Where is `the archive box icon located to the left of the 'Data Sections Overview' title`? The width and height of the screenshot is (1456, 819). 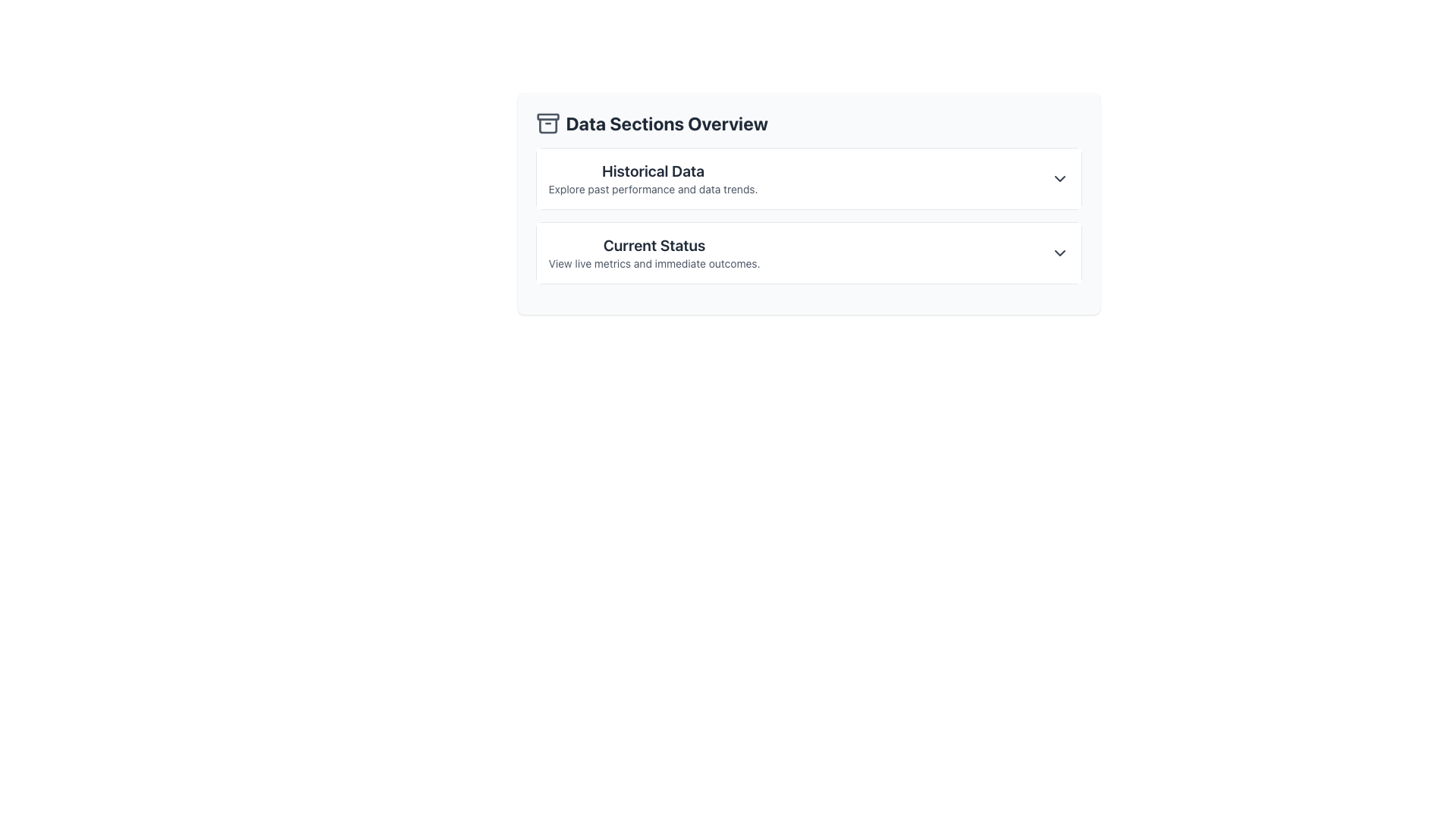
the archive box icon located to the left of the 'Data Sections Overview' title is located at coordinates (547, 122).